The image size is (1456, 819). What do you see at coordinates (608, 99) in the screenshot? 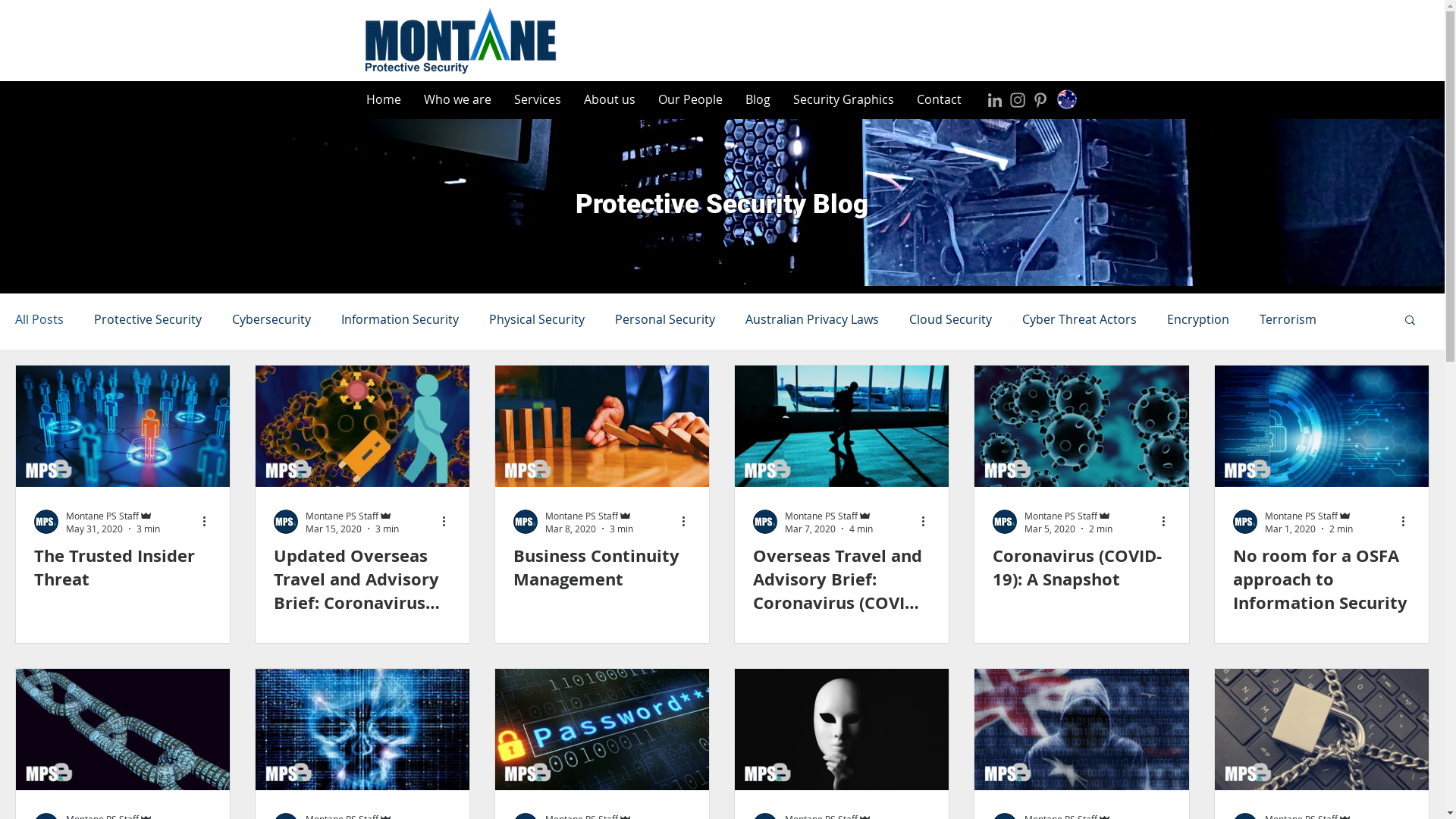
I see `'About us'` at bounding box center [608, 99].